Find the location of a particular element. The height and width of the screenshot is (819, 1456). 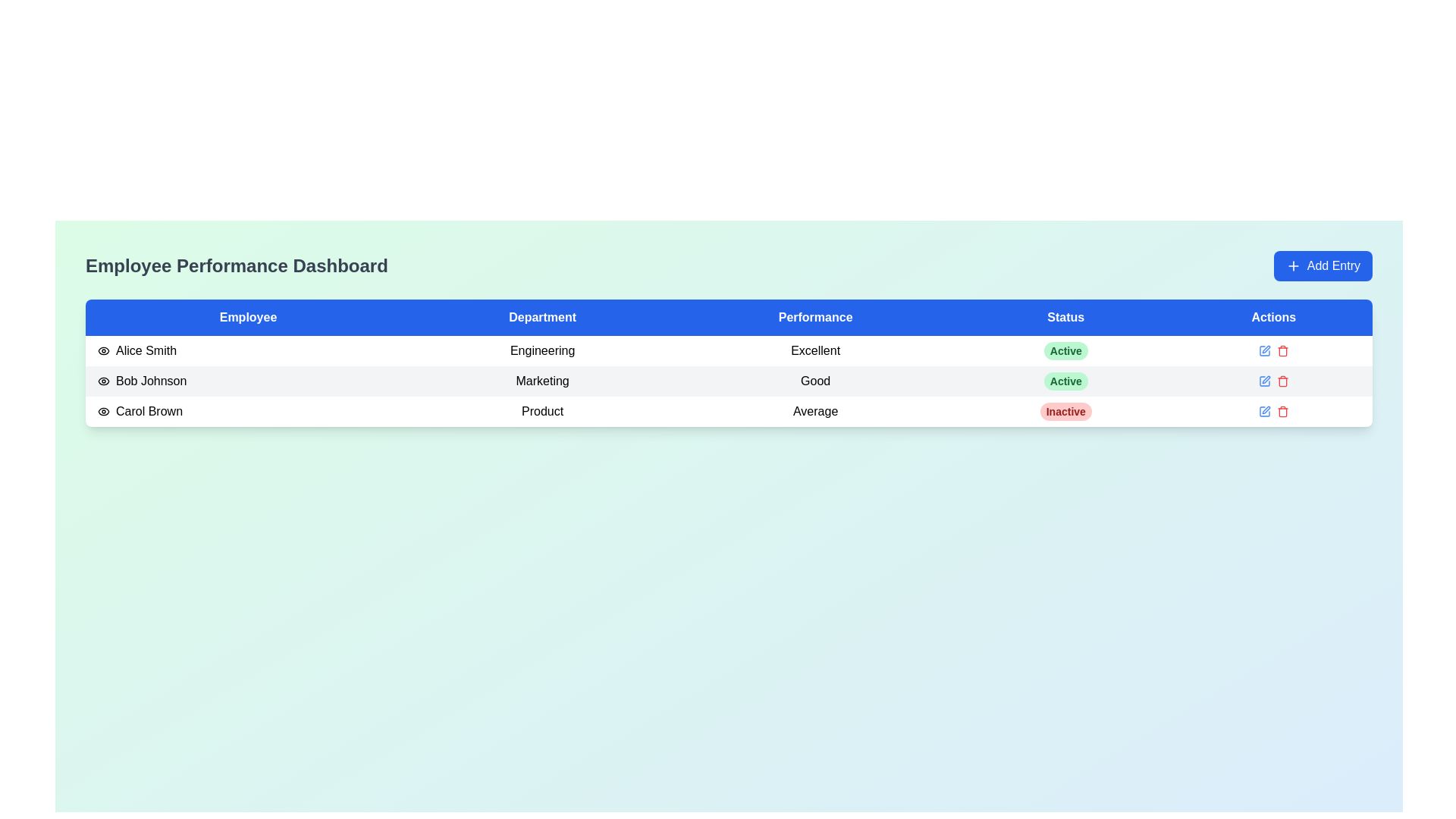

the plus icon element as part of the 'Add Entry' button located in the top-right corner of the interface, above the table of employee data is located at coordinates (1292, 265).